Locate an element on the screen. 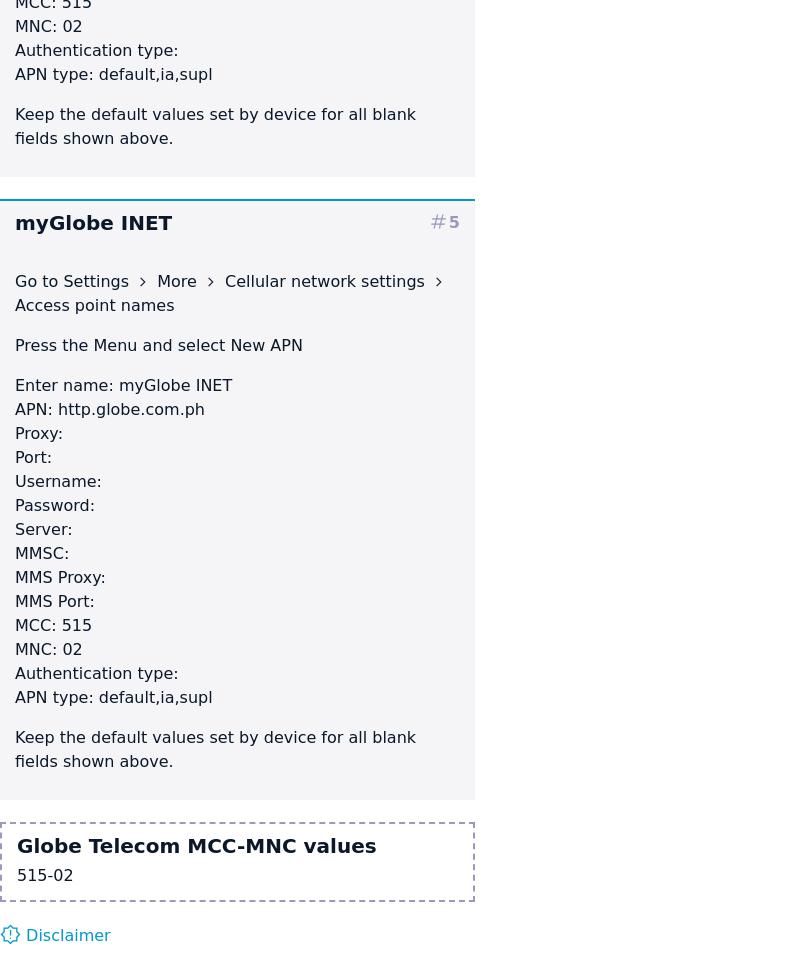 This screenshot has width=800, height=967. 'MCC:' is located at coordinates (34, 625).